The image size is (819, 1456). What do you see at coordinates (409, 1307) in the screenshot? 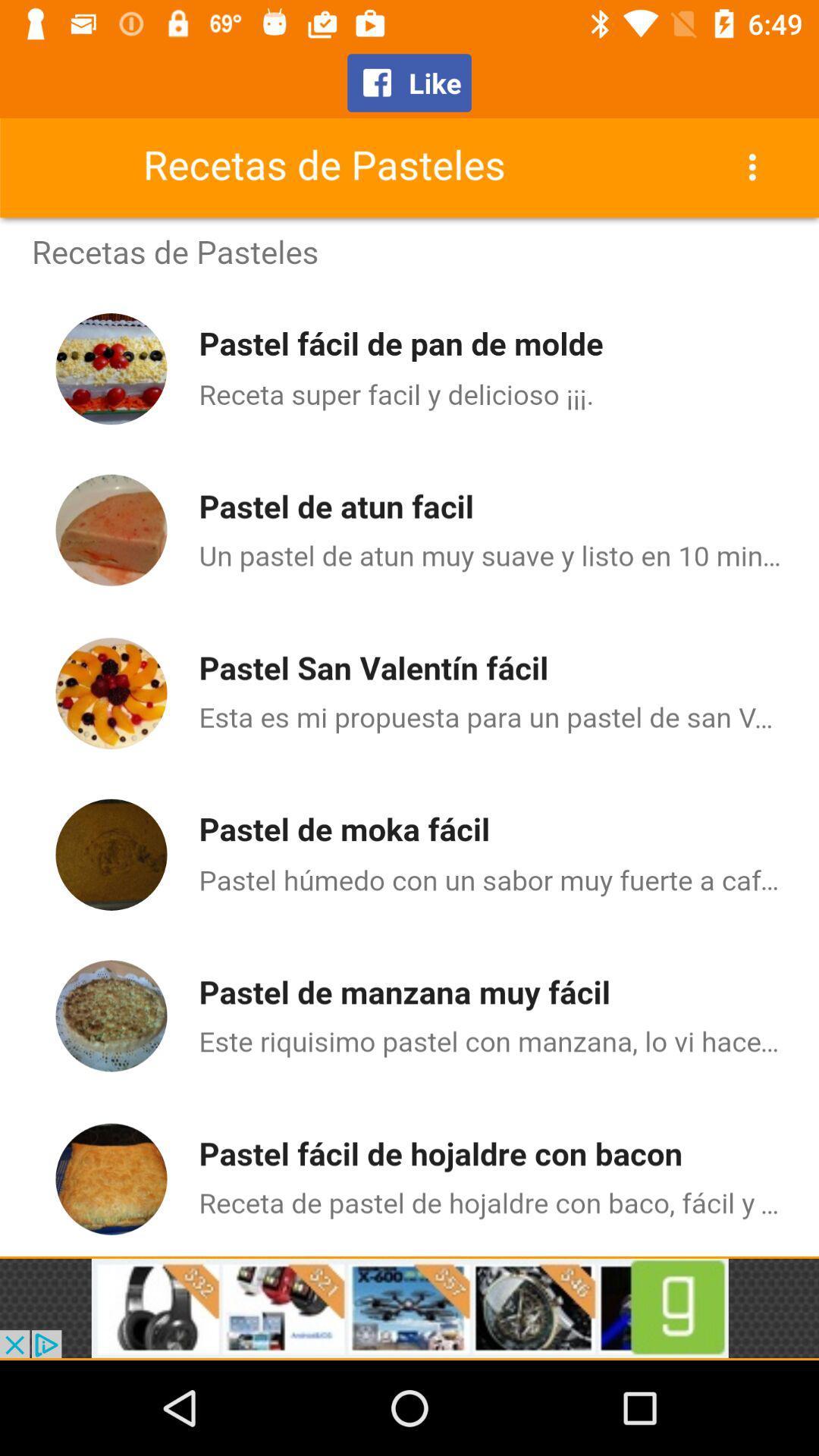
I see `advertisement` at bounding box center [409, 1307].